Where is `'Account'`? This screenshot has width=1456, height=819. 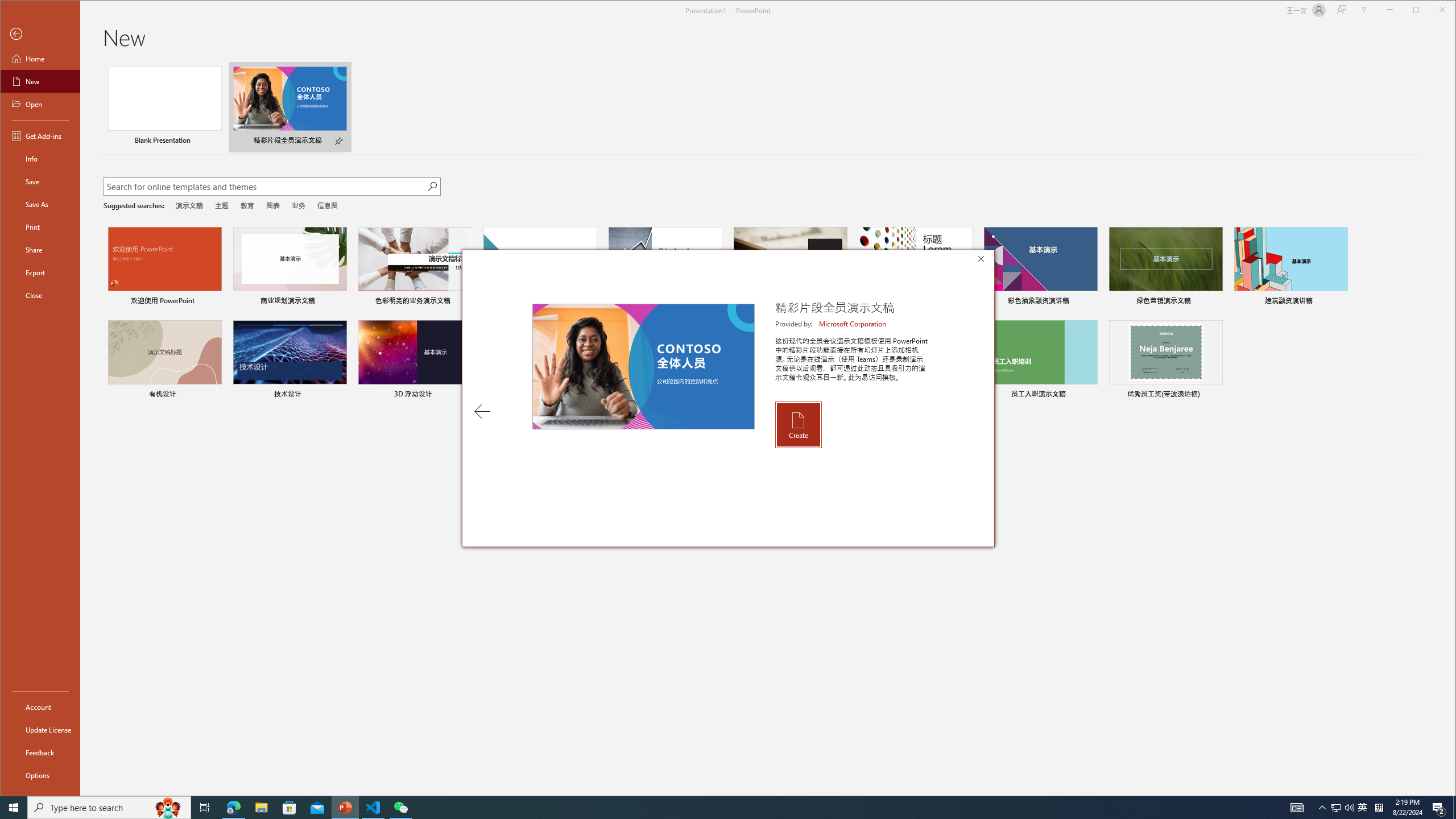
'Account' is located at coordinates (39, 706).